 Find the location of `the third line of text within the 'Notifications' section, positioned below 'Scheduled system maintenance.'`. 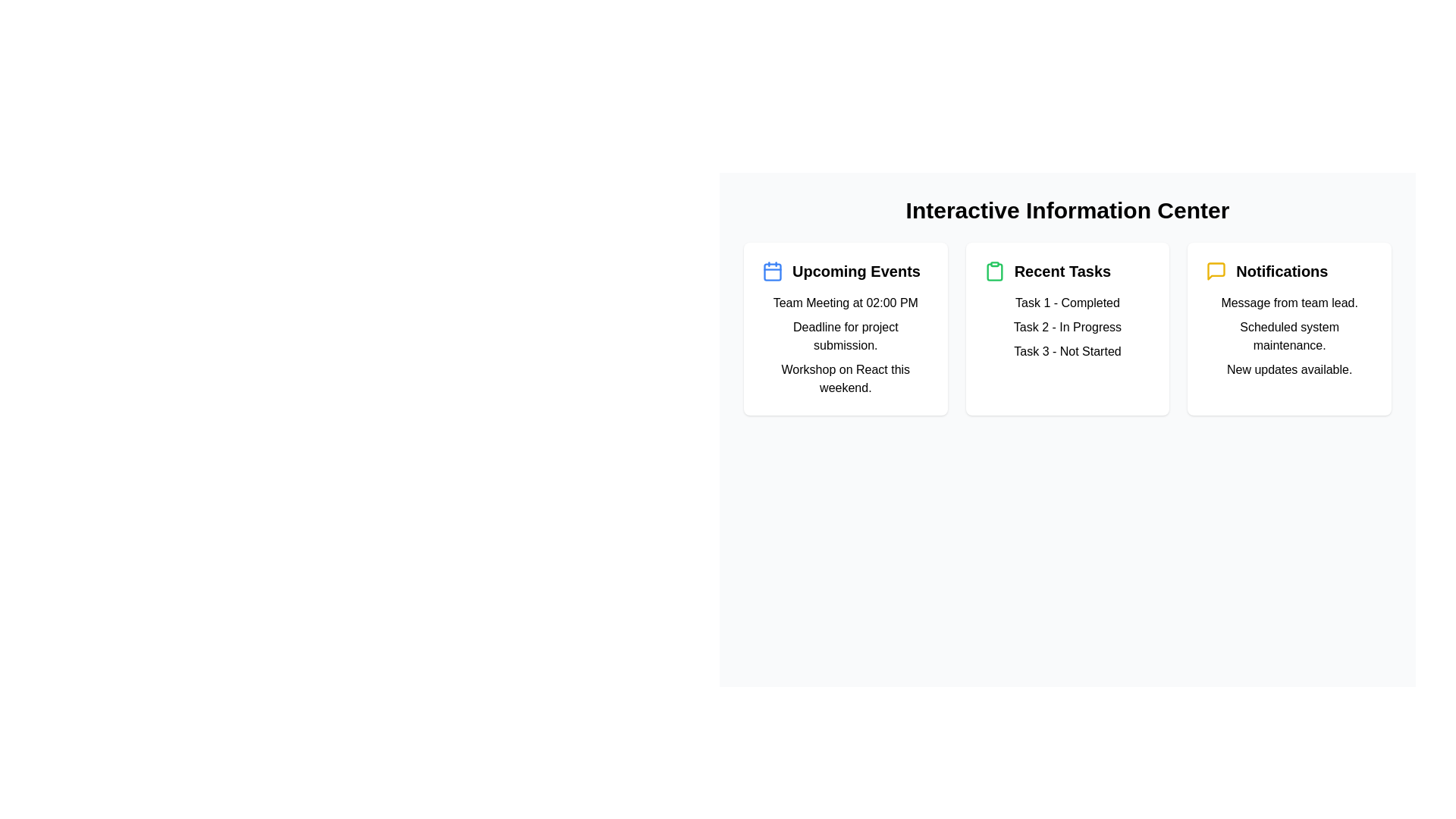

the third line of text within the 'Notifications' section, positioned below 'Scheduled system maintenance.' is located at coordinates (1288, 370).